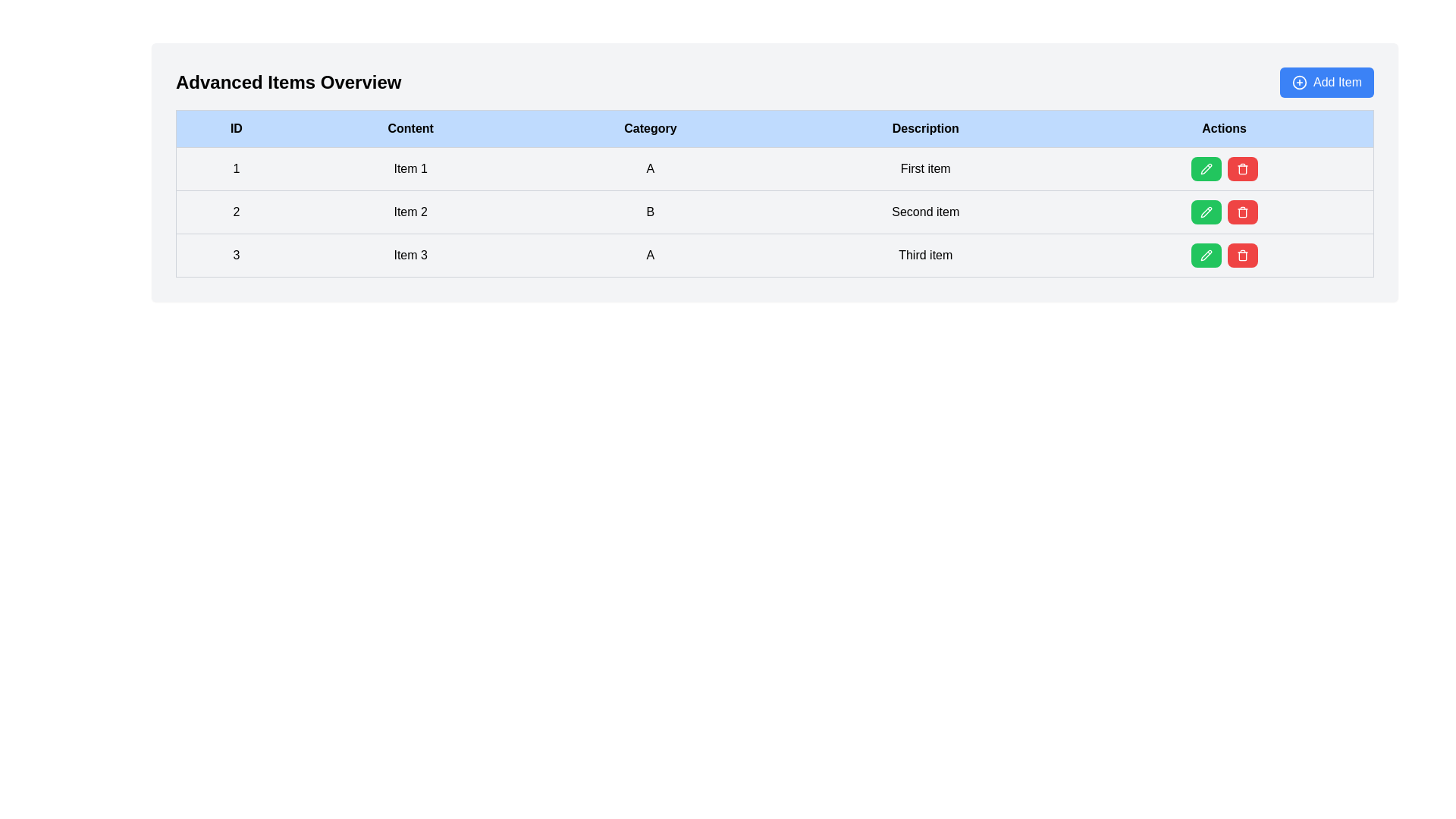 The image size is (1456, 819). Describe the element at coordinates (1204, 254) in the screenshot. I see `the green button with a white pencil icon in the 'Actions' column of the last row` at that location.